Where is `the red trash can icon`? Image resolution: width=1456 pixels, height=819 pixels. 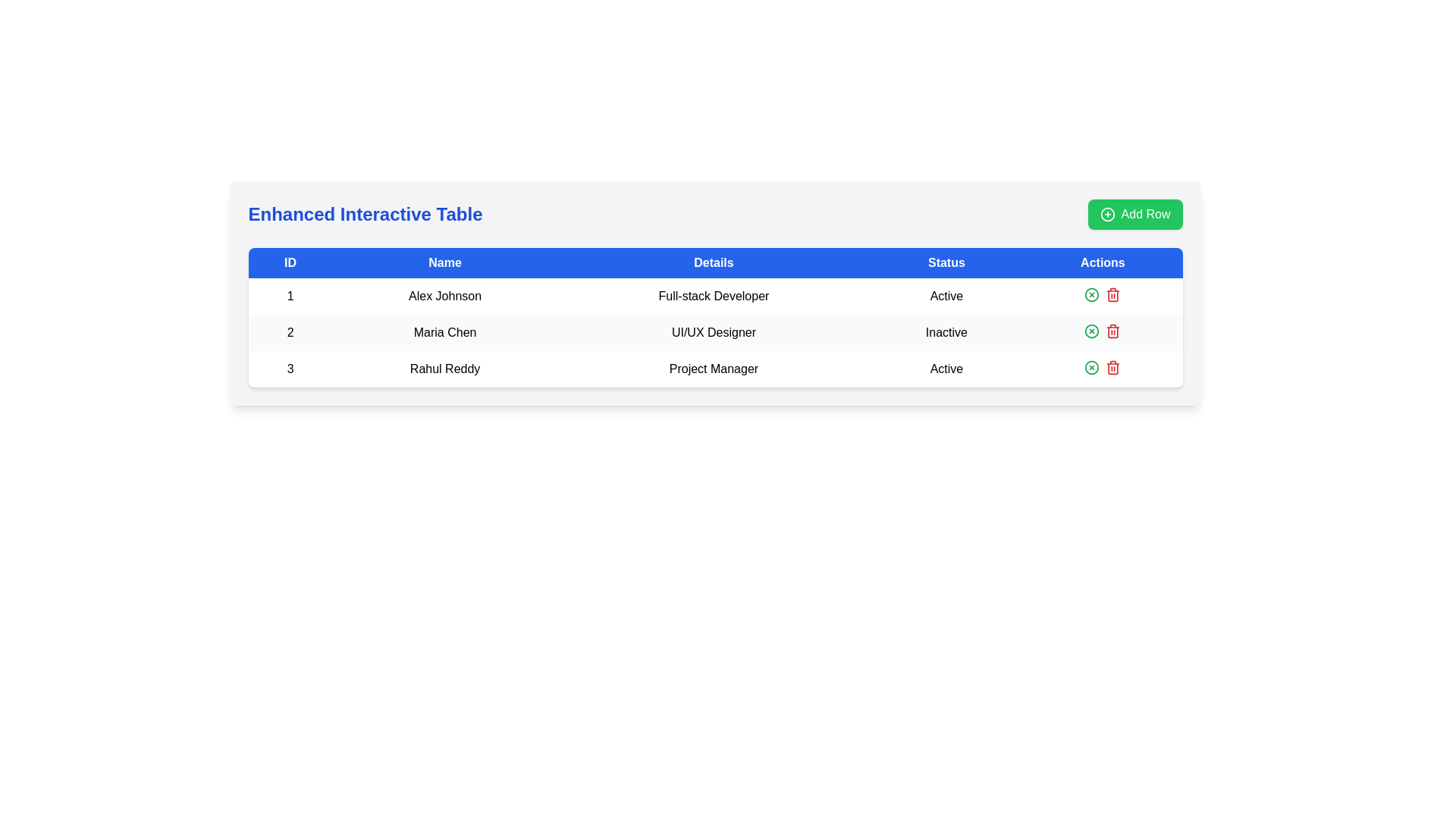 the red trash can icon is located at coordinates (1113, 330).